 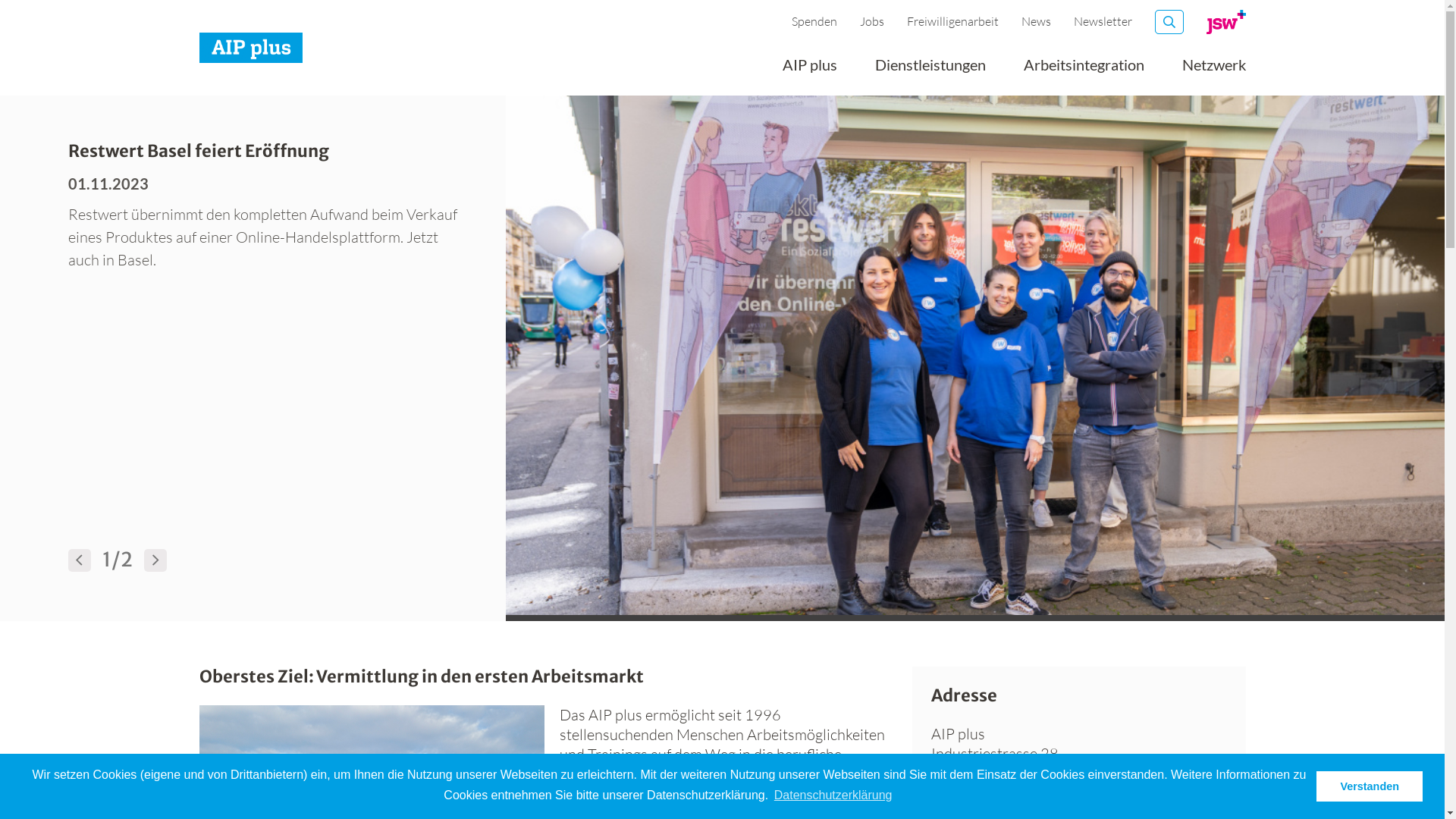 I want to click on 'Arbeitsintegration', so click(x=1083, y=70).